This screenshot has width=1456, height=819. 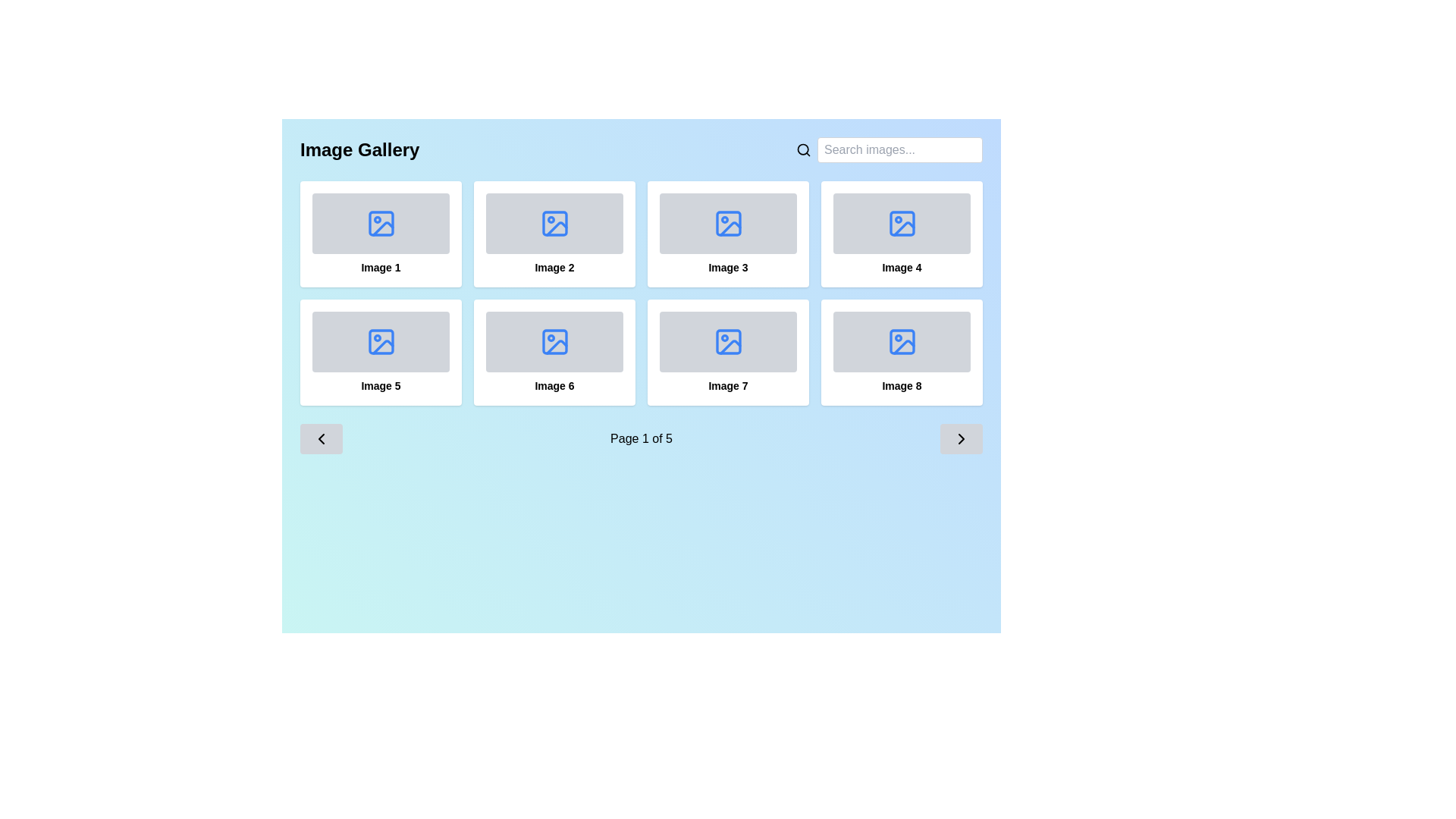 What do you see at coordinates (381, 223) in the screenshot?
I see `the photograph icon with a mountain and circle, styled in bright blue, located` at bounding box center [381, 223].